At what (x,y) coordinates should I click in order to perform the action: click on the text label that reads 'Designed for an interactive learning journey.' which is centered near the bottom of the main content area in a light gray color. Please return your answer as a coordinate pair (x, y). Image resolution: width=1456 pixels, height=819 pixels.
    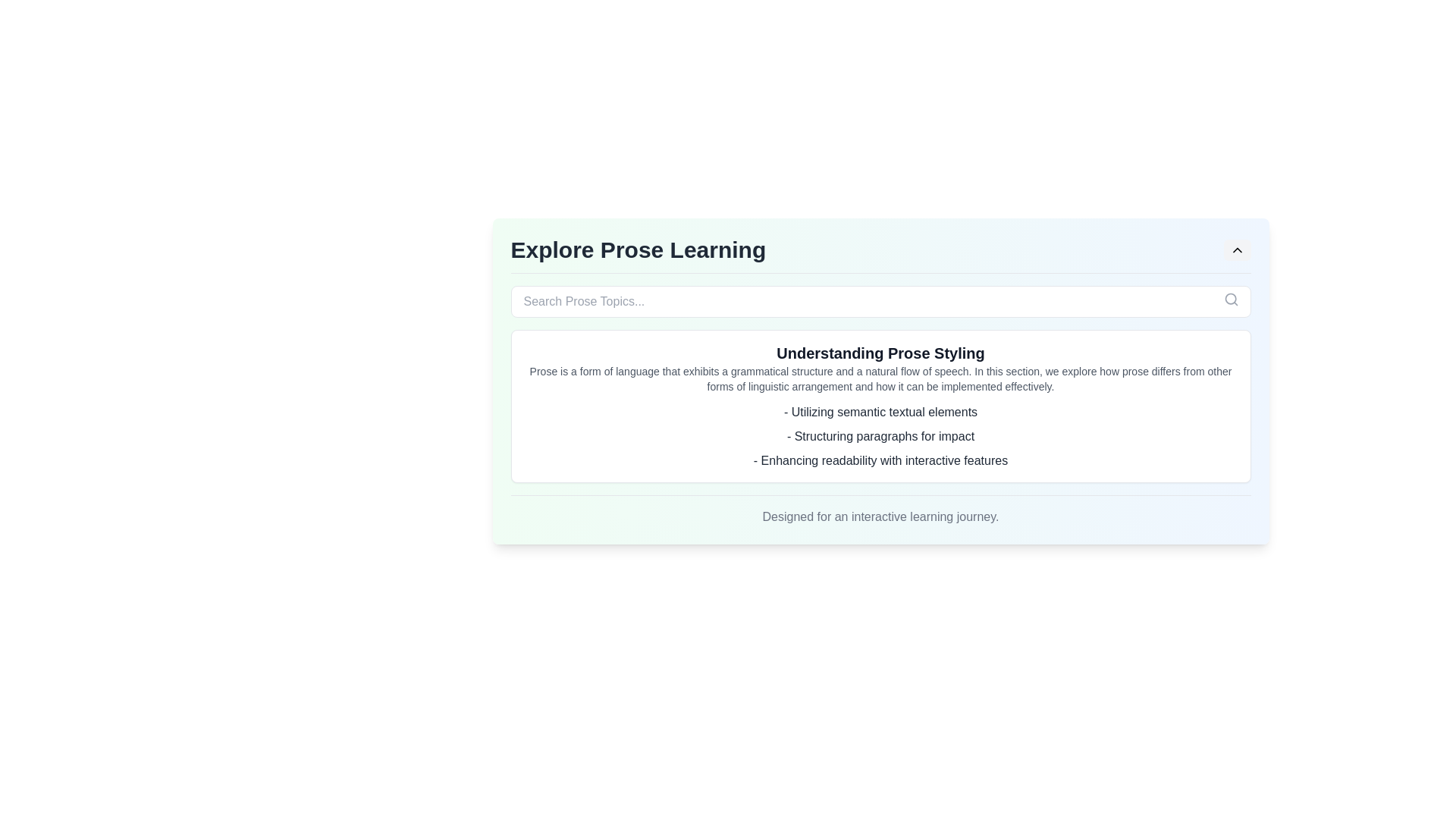
    Looking at the image, I should click on (880, 516).